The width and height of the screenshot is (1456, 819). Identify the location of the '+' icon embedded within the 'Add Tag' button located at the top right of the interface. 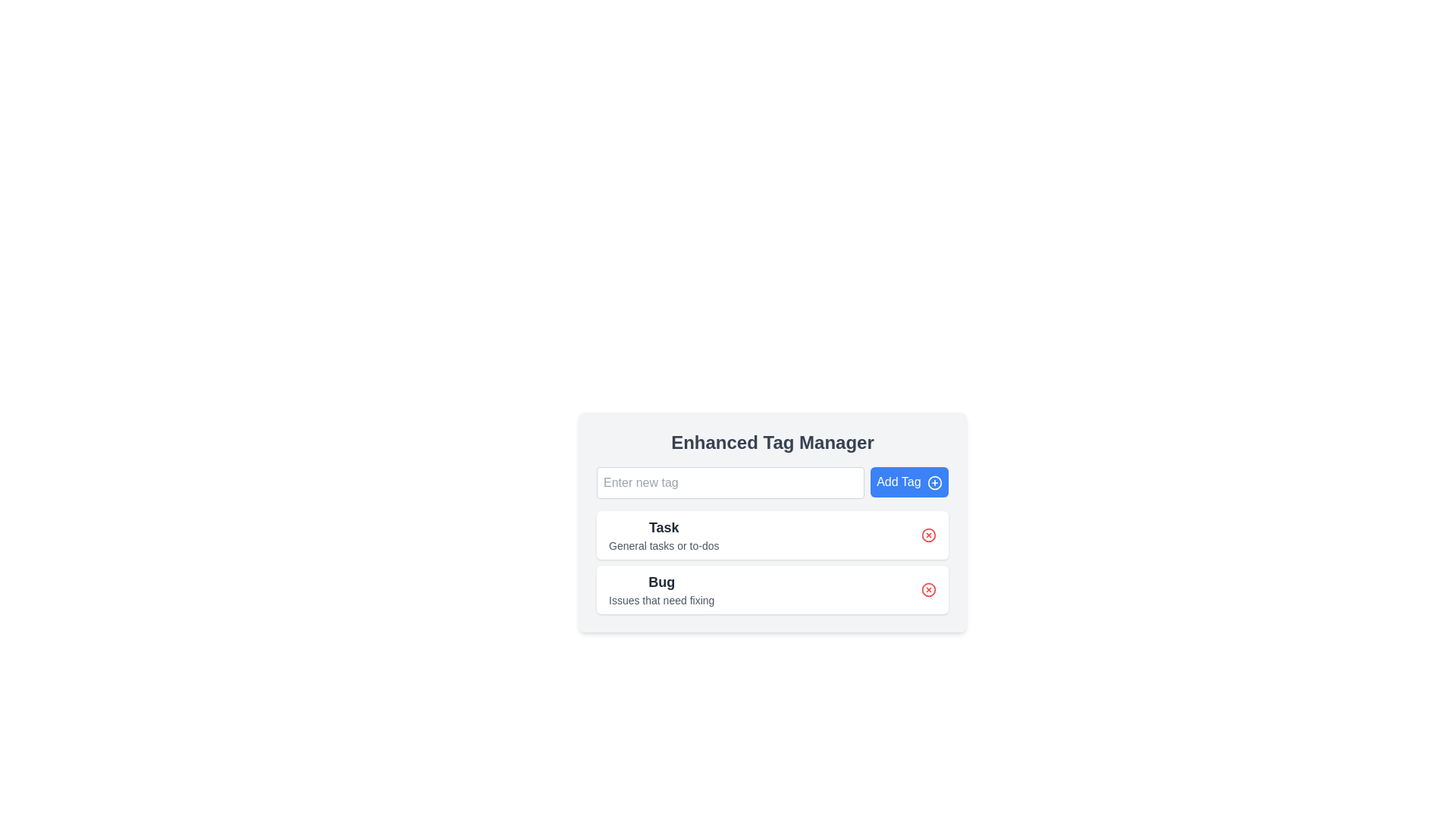
(934, 482).